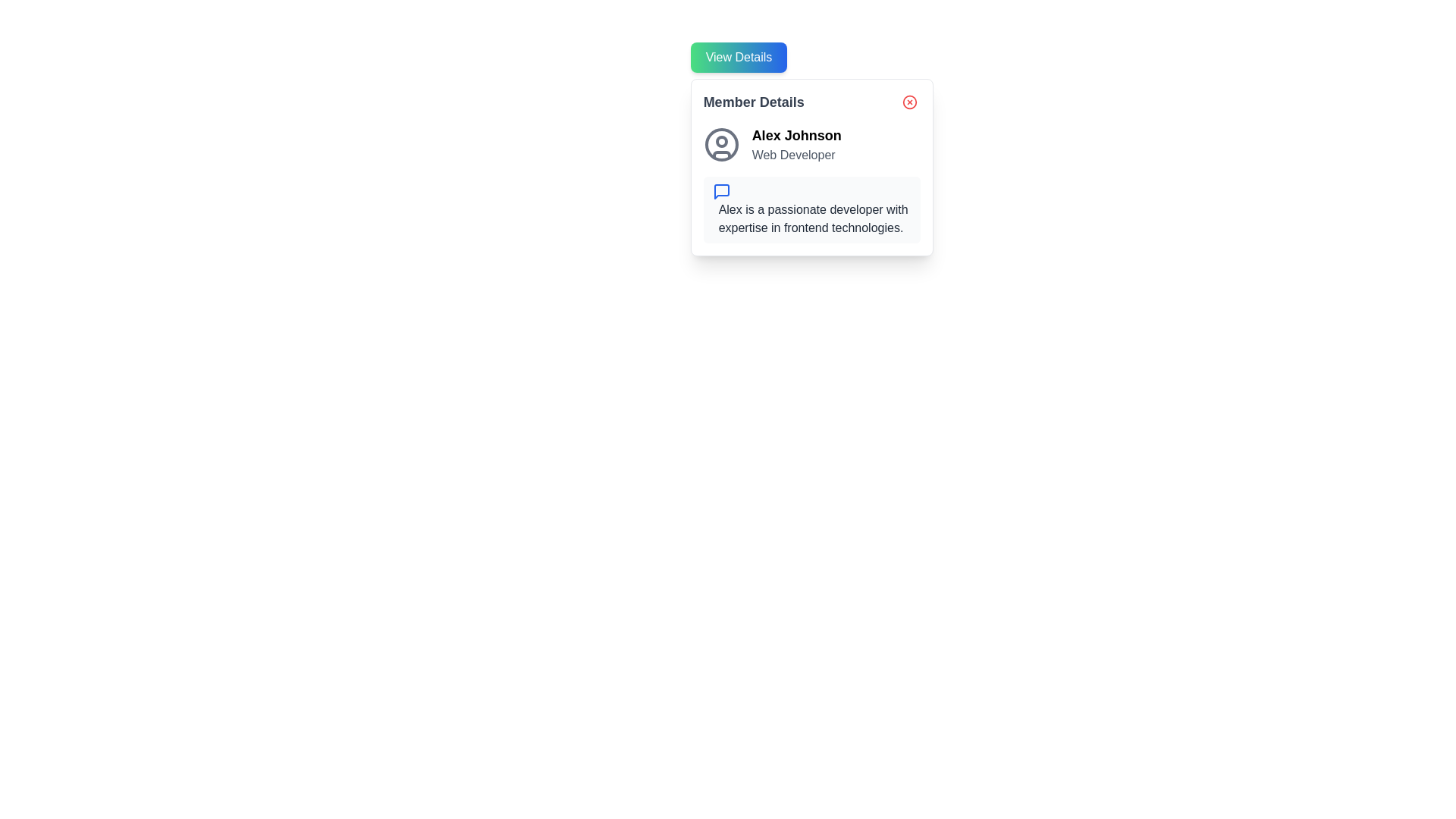  Describe the element at coordinates (811, 210) in the screenshot. I see `the informational text section with a gray background and blue chat bubble icon that describes 'Alex is a passionate developer with expertise in frontend technologies.'` at that location.